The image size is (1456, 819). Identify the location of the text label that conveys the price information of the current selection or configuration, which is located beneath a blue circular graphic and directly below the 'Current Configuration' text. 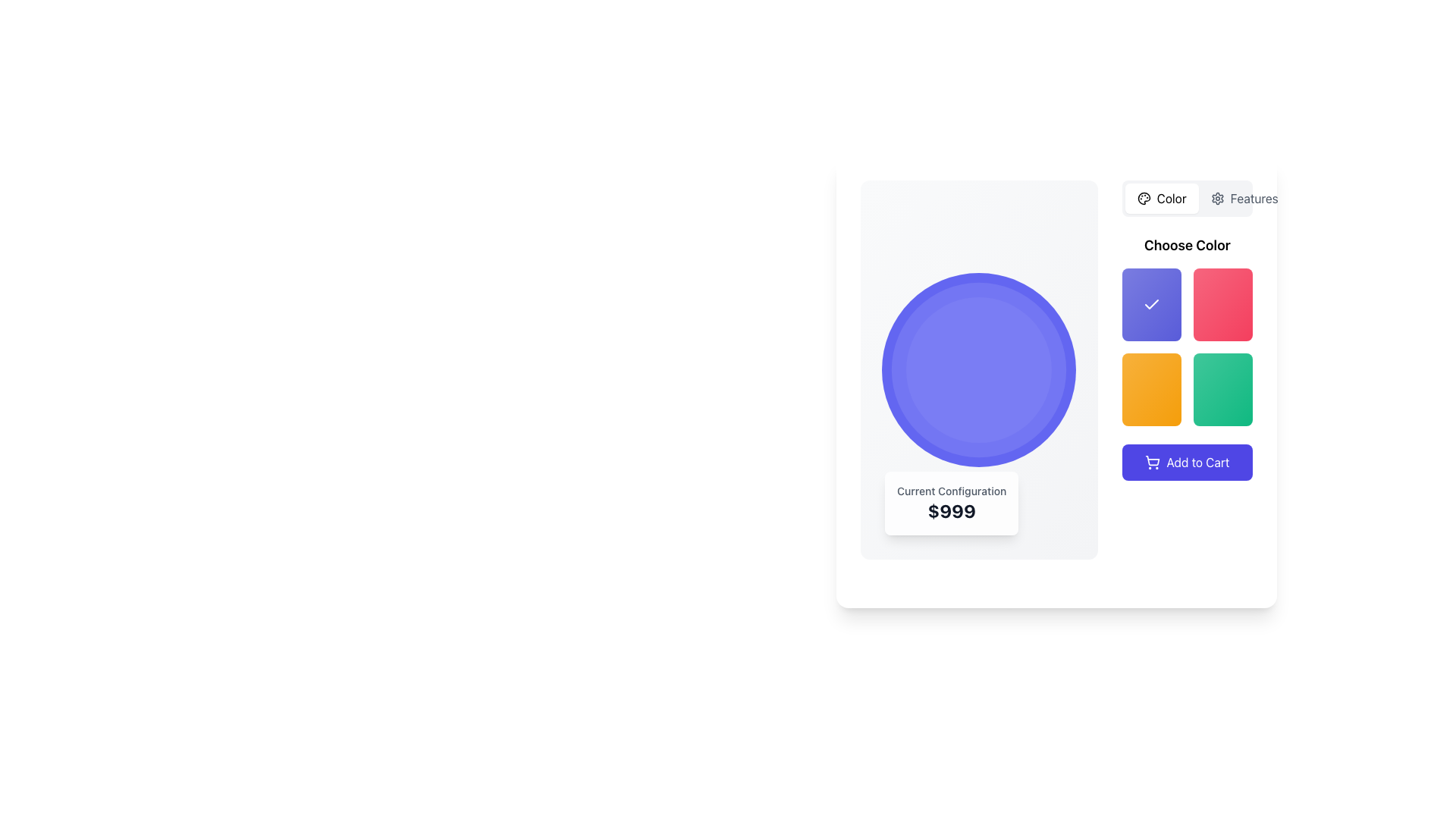
(951, 511).